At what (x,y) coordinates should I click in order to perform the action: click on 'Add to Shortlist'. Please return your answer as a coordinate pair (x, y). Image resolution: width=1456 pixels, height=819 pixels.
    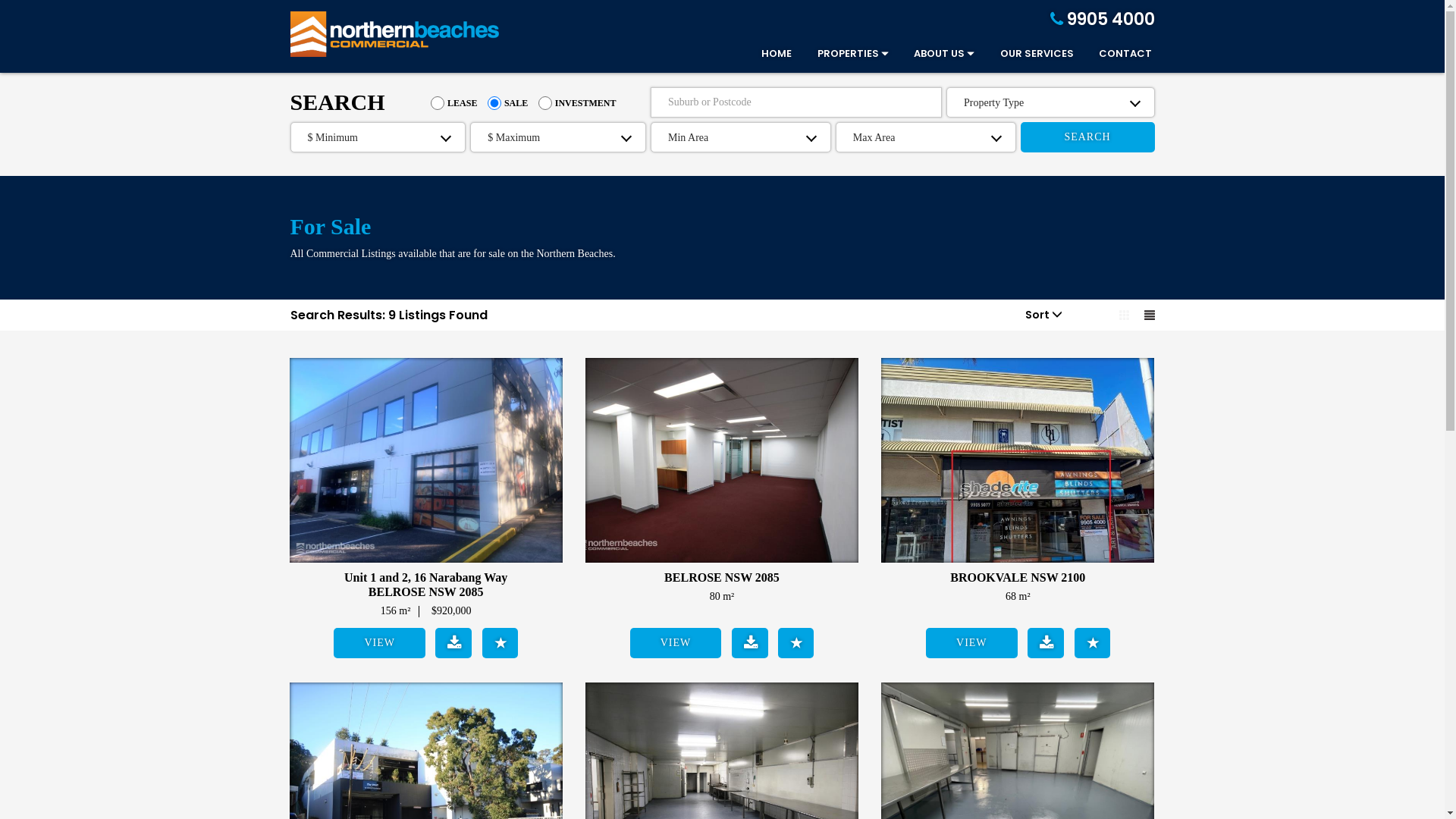
    Looking at the image, I should click on (500, 643).